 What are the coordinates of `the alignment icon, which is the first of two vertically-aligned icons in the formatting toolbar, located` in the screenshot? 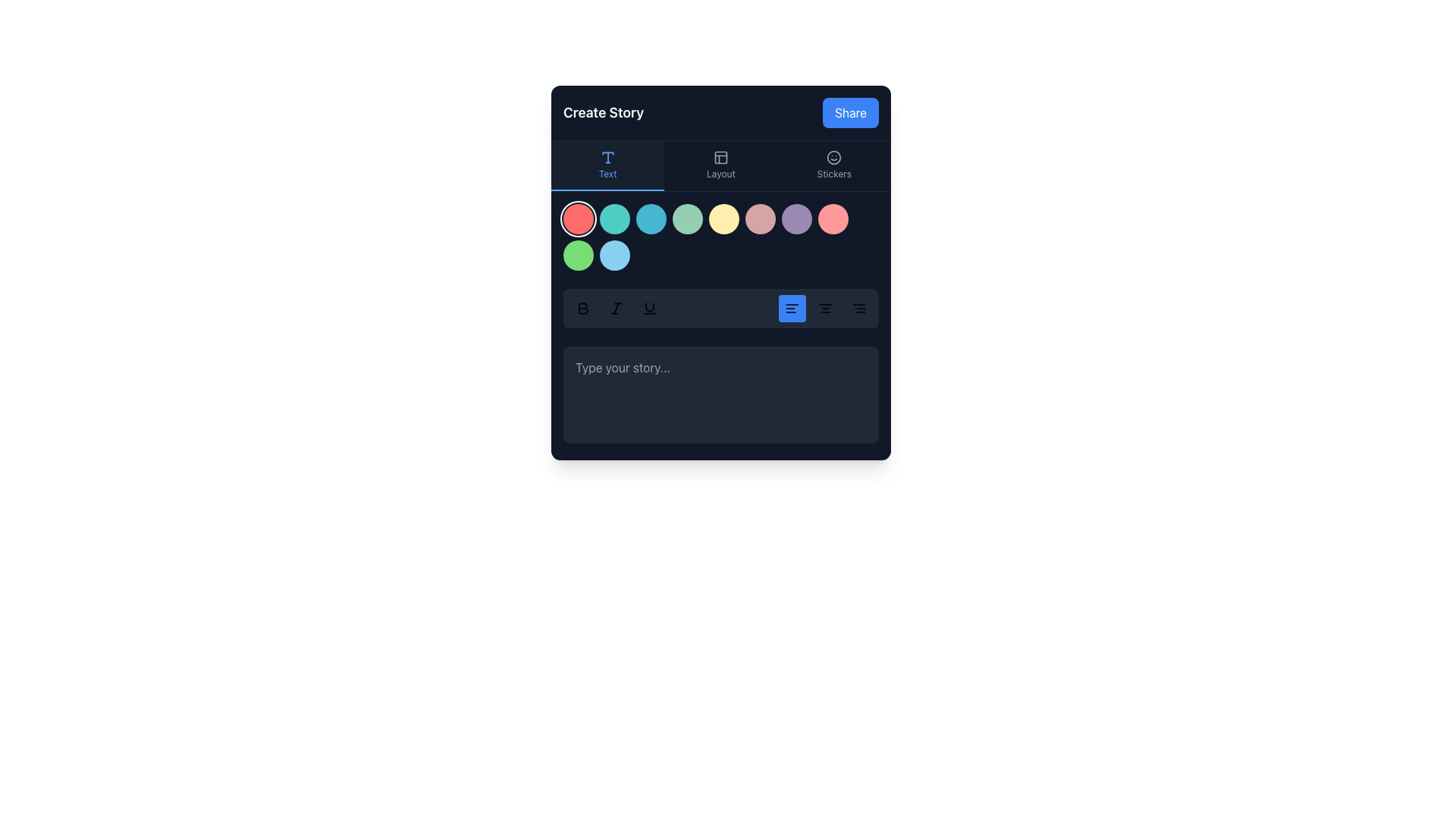 It's located at (825, 308).